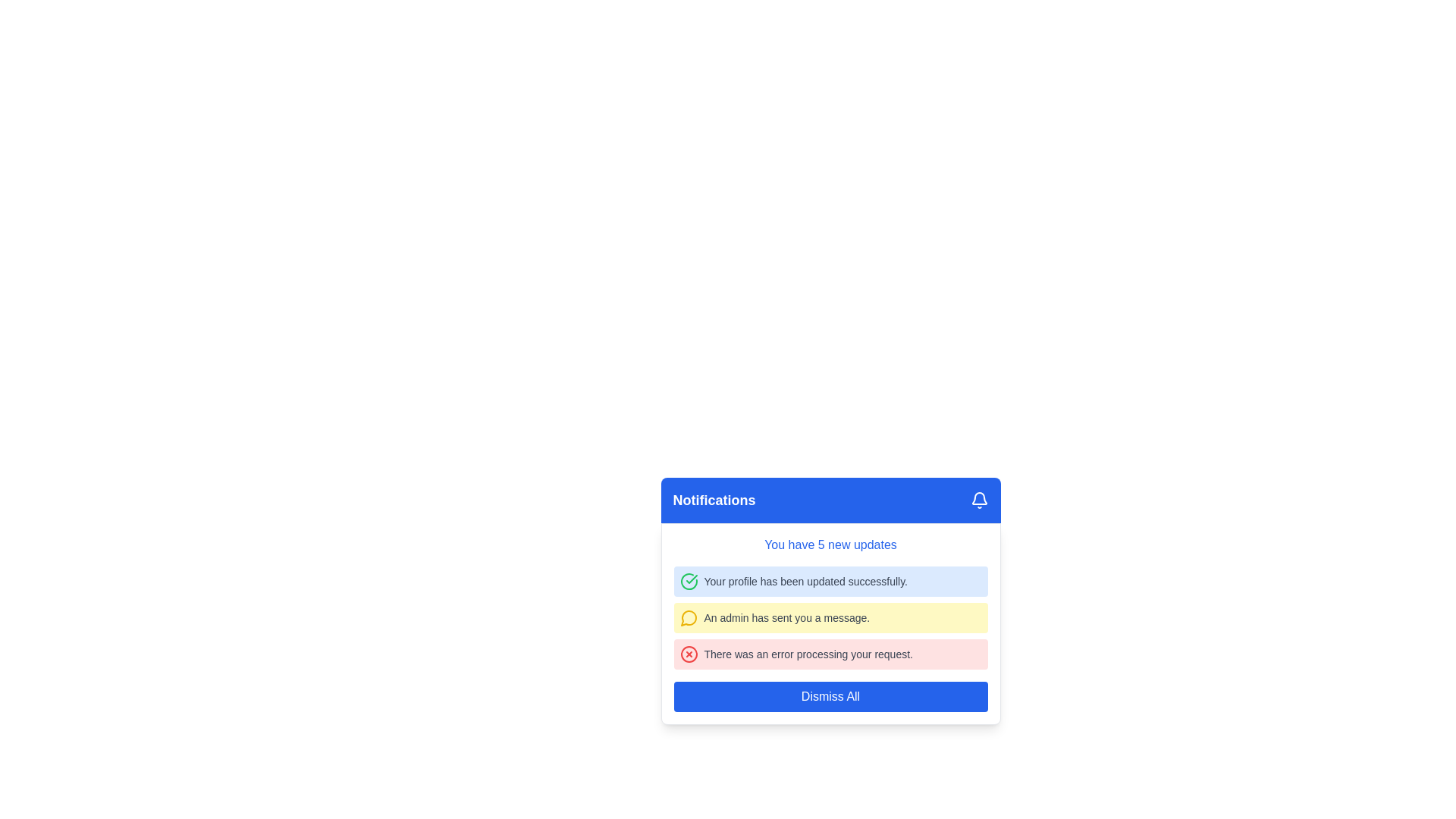 The width and height of the screenshot is (1456, 819). I want to click on the text label that indicates a successful profile update in the first notification slot of the Notifications panel, located to the right of a green checkmark icon, so click(805, 581).